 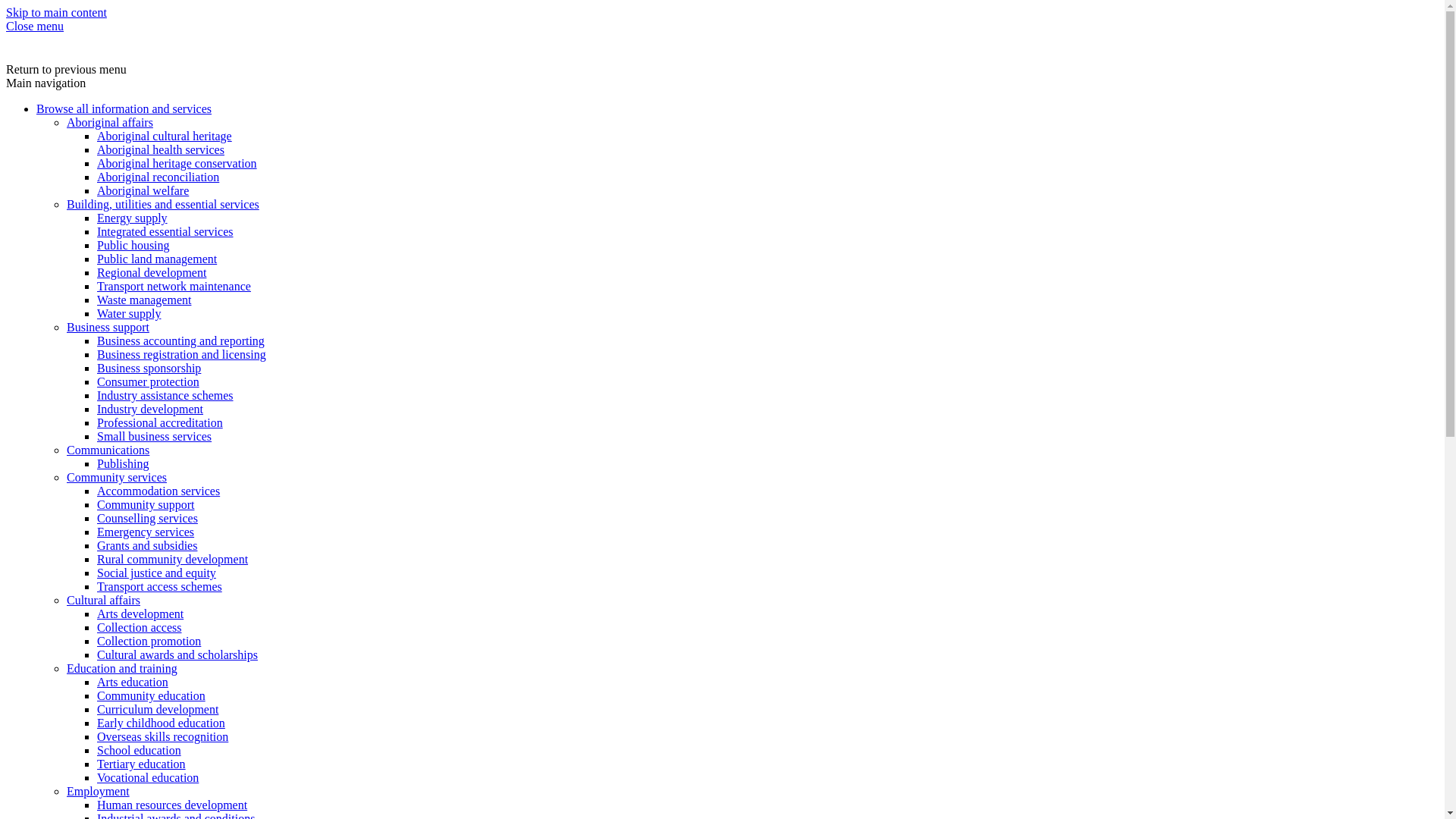 I want to click on 'Aboriginal welfare', so click(x=143, y=190).